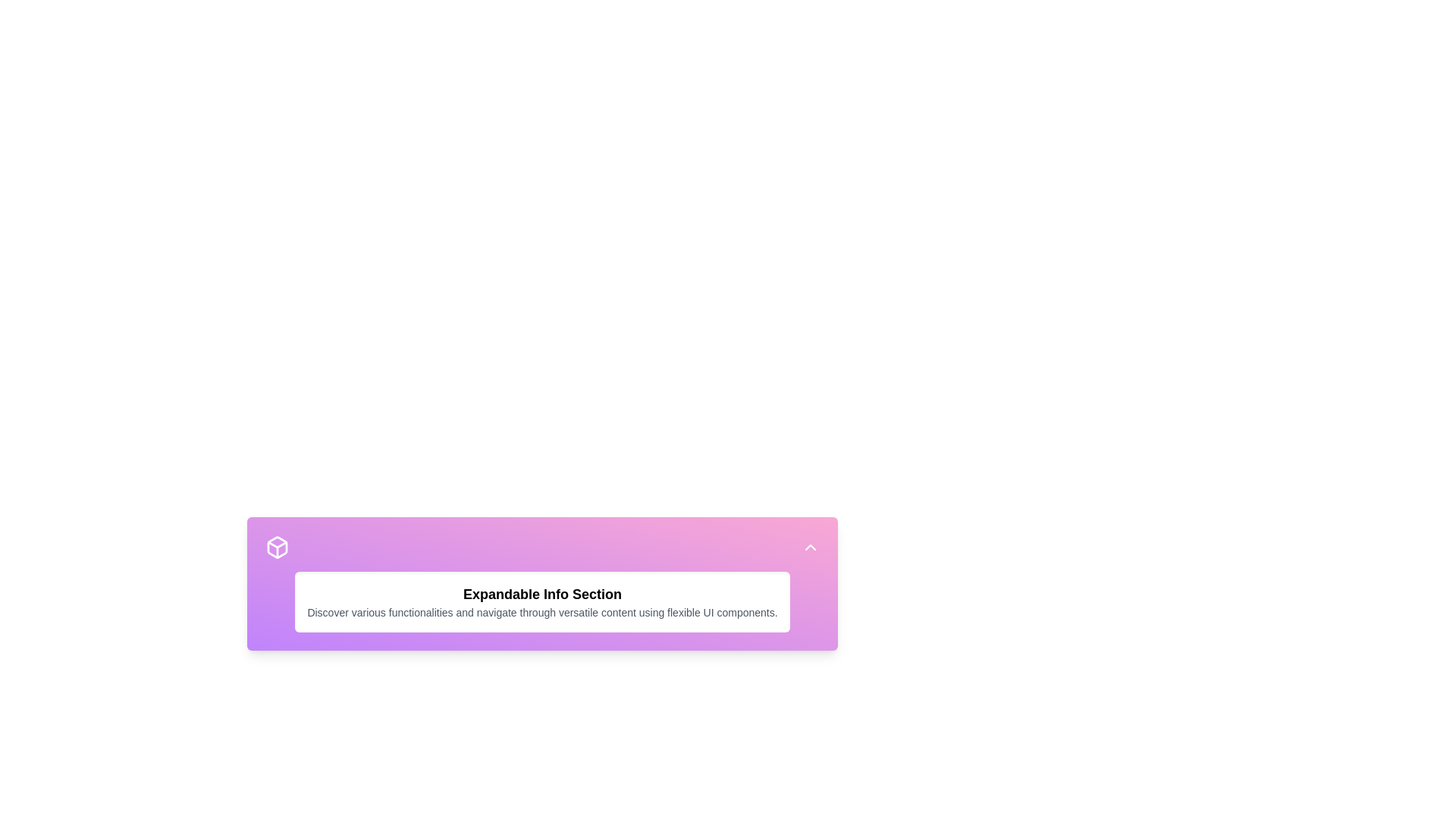  What do you see at coordinates (542, 618) in the screenshot?
I see `the Expandable Info Section card, which is embedded in a light purple gradient background and contains a bold black title and smaller gray text` at bounding box center [542, 618].